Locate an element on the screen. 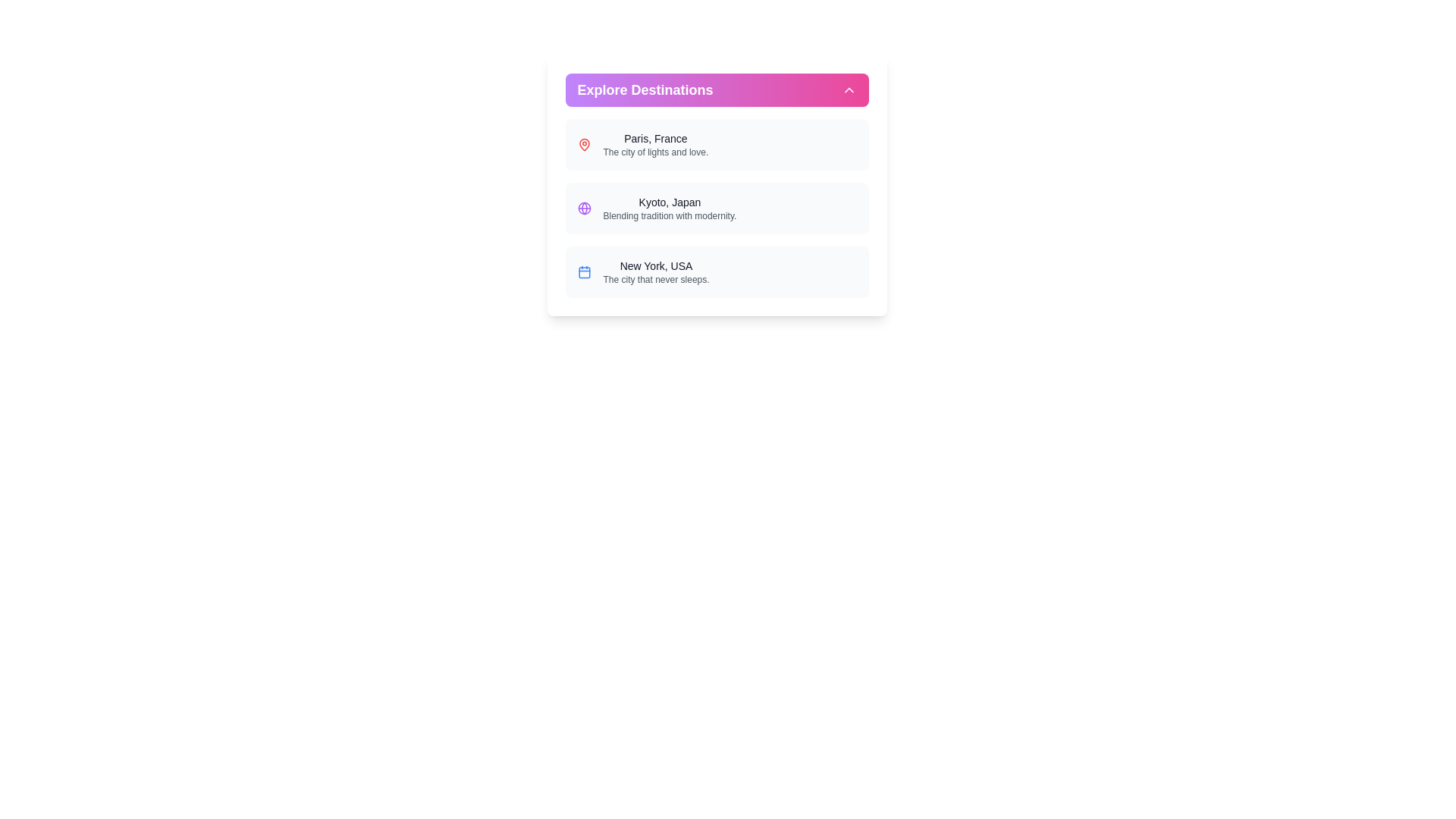 The height and width of the screenshot is (819, 1456). large bold text 'Explore Destinations.' which is styled with a white font color on a gradient background transitioning from purple to pink, located at the center of a horizontal section at the top of the card is located at coordinates (645, 90).